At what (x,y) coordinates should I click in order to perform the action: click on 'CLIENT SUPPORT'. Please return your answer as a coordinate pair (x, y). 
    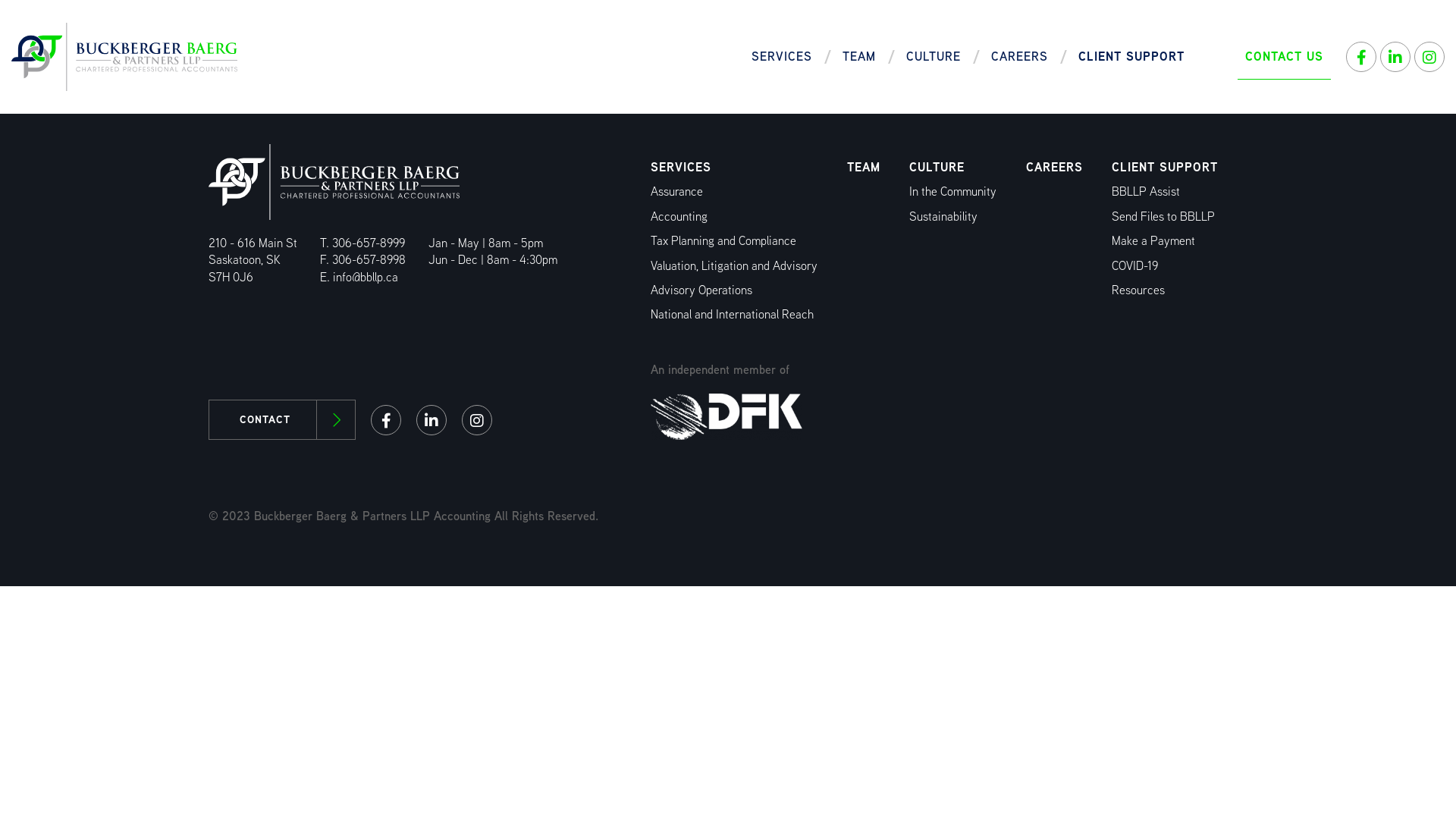
    Looking at the image, I should click on (1164, 167).